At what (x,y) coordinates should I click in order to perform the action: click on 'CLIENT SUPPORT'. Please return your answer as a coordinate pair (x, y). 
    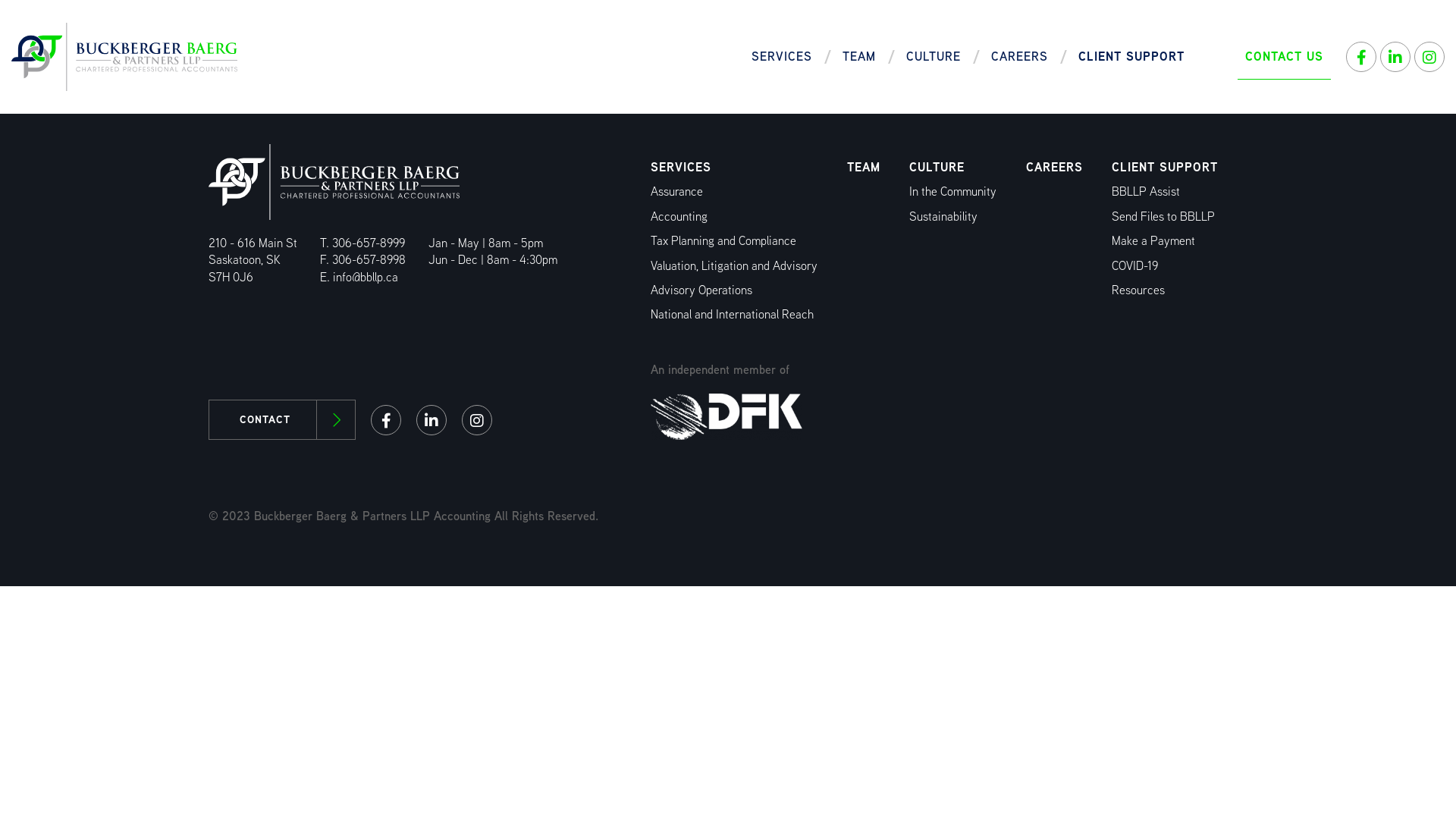
    Looking at the image, I should click on (1164, 167).